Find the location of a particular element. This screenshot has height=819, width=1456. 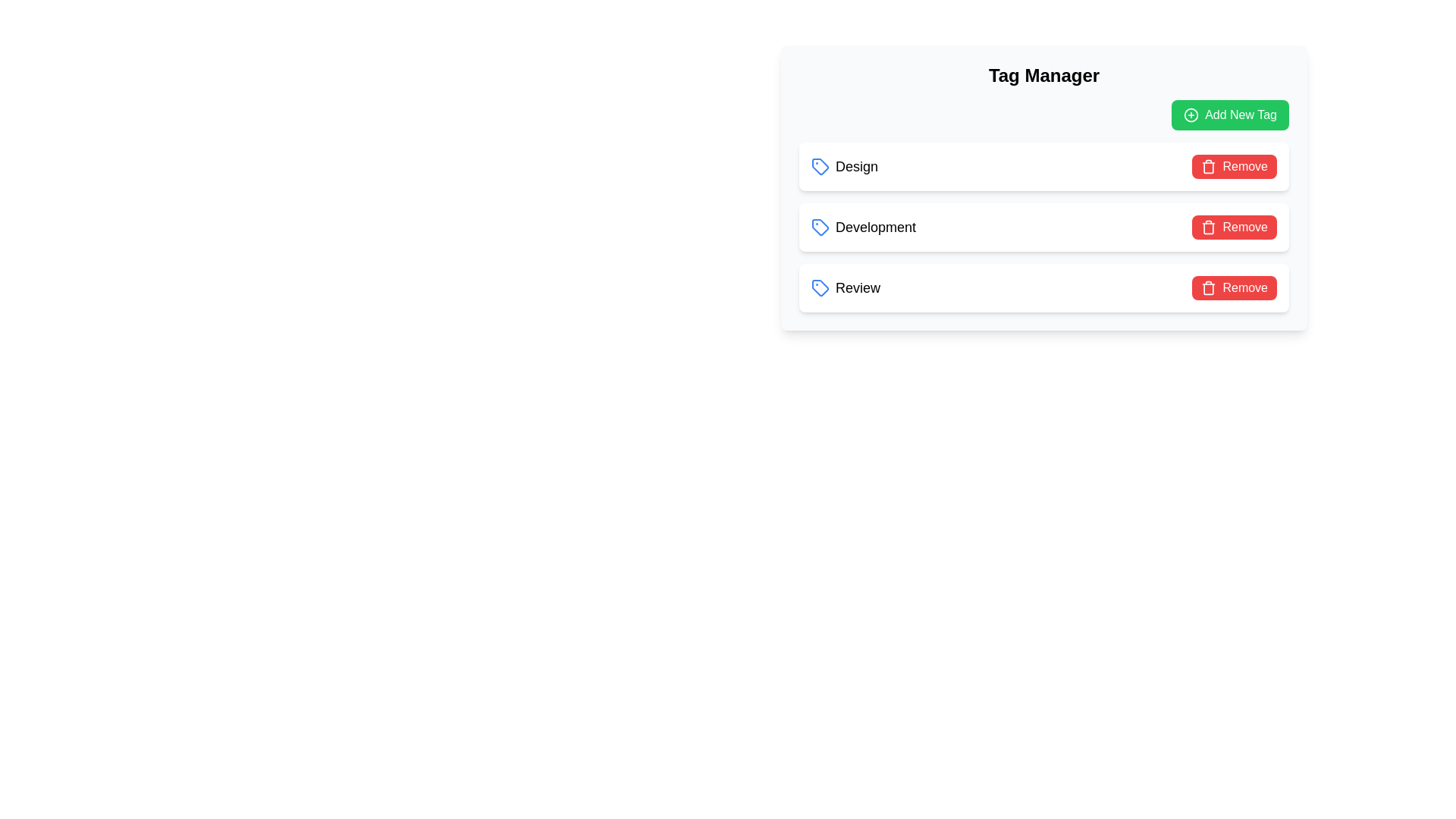

the visual styling of the 'Review' icon, which is located before the text 'Review' in the list interface is located at coordinates (819, 288).